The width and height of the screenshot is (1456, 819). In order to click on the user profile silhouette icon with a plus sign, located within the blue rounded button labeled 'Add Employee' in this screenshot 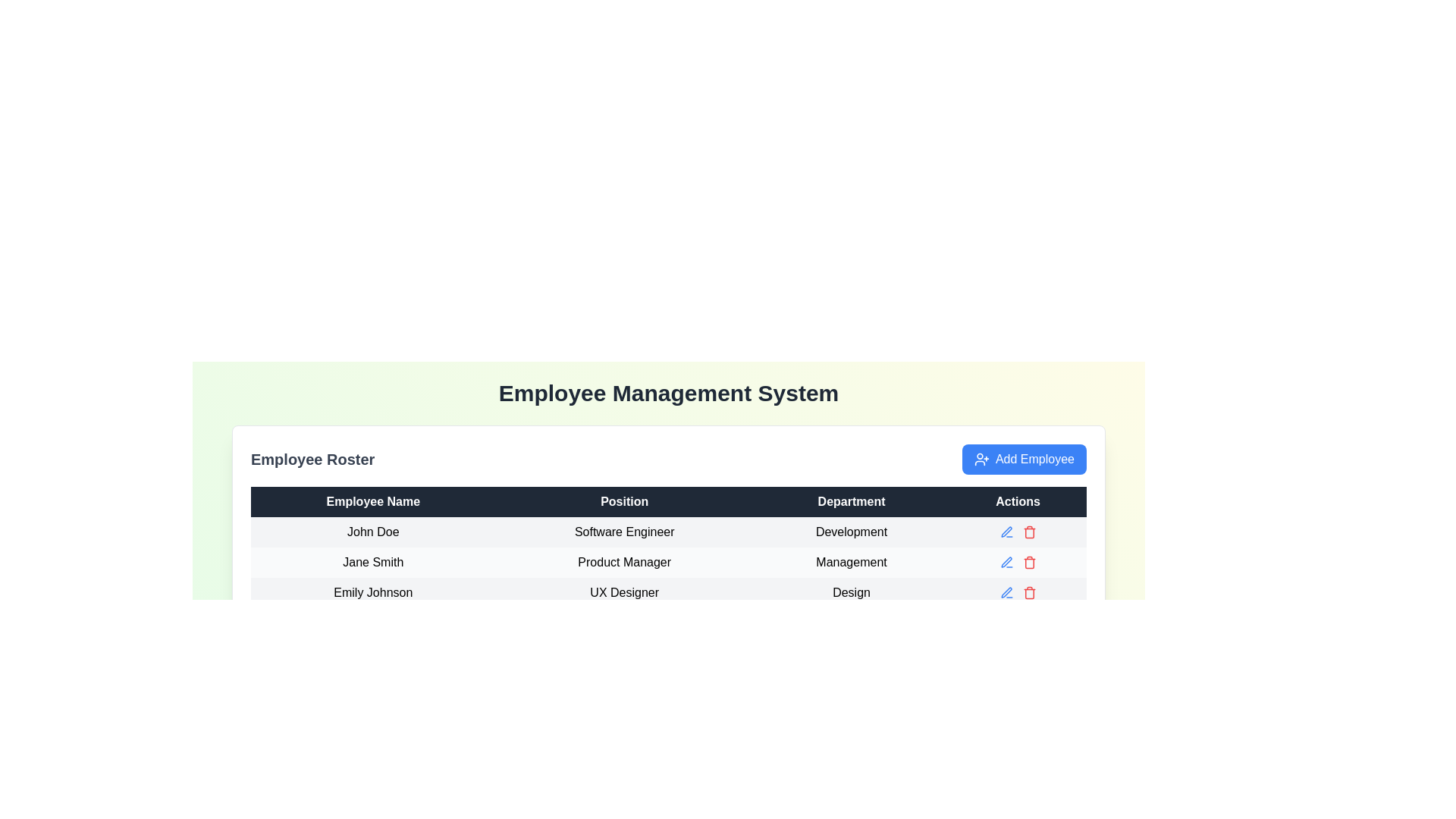, I will do `click(981, 458)`.